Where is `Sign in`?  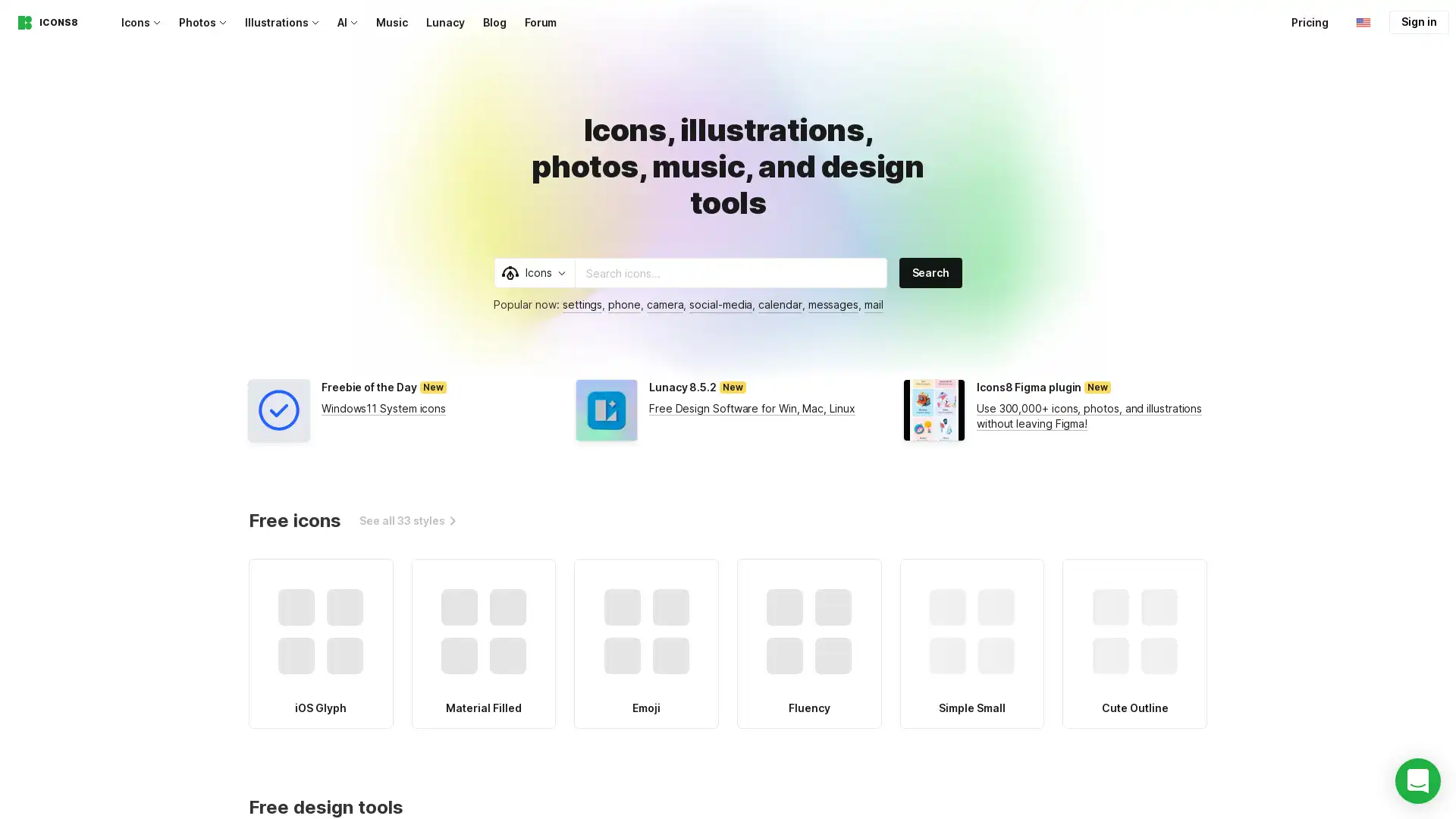 Sign in is located at coordinates (1418, 22).